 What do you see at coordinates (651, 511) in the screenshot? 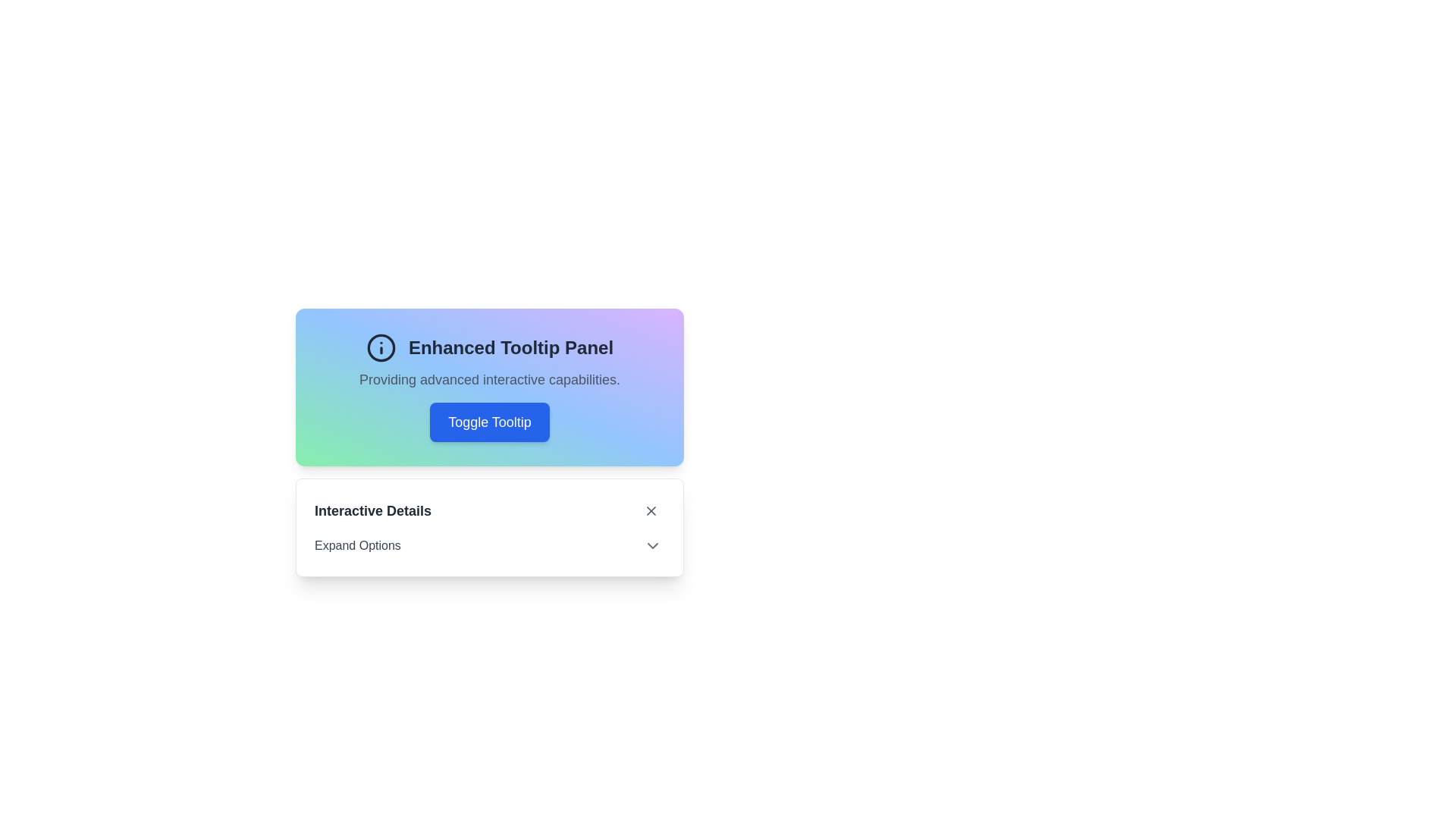
I see `the Close button with an 'X' icon located in the top-right corner of the 'Interactive Details' section` at bounding box center [651, 511].